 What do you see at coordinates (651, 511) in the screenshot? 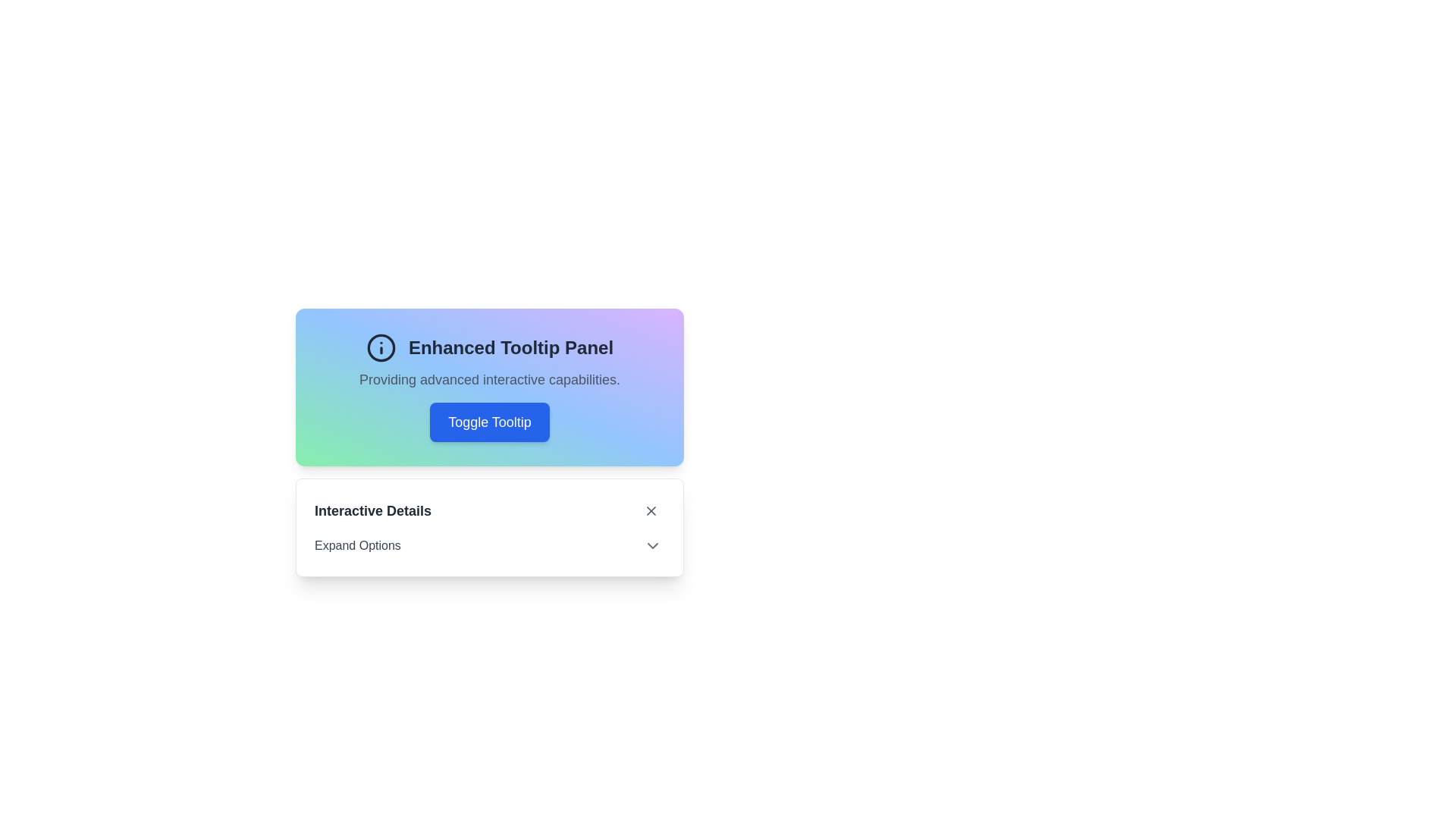
I see `the Close button with an 'X' icon located in the top-right corner of the 'Interactive Details' section` at bounding box center [651, 511].